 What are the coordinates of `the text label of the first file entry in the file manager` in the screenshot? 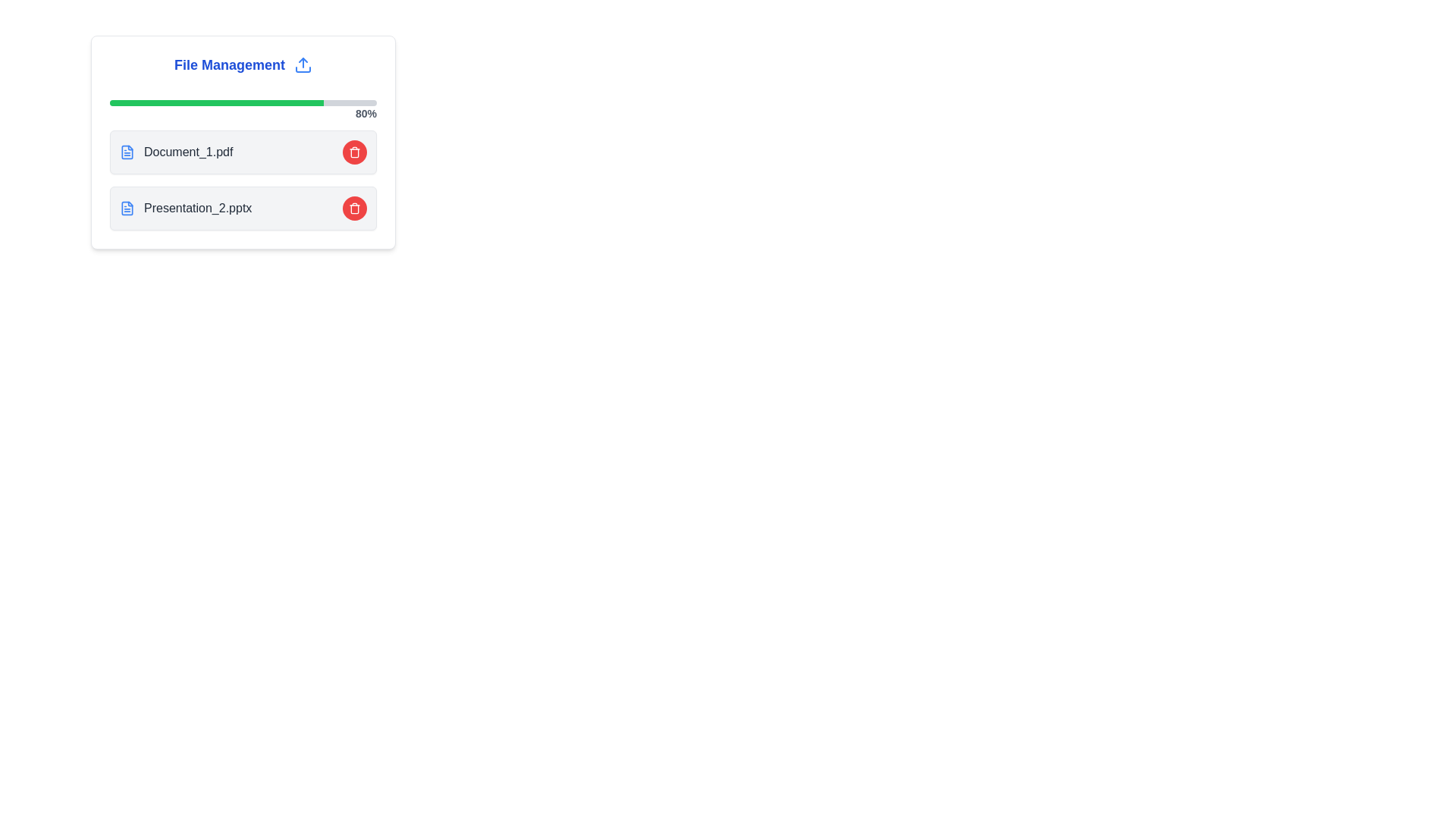 It's located at (187, 152).